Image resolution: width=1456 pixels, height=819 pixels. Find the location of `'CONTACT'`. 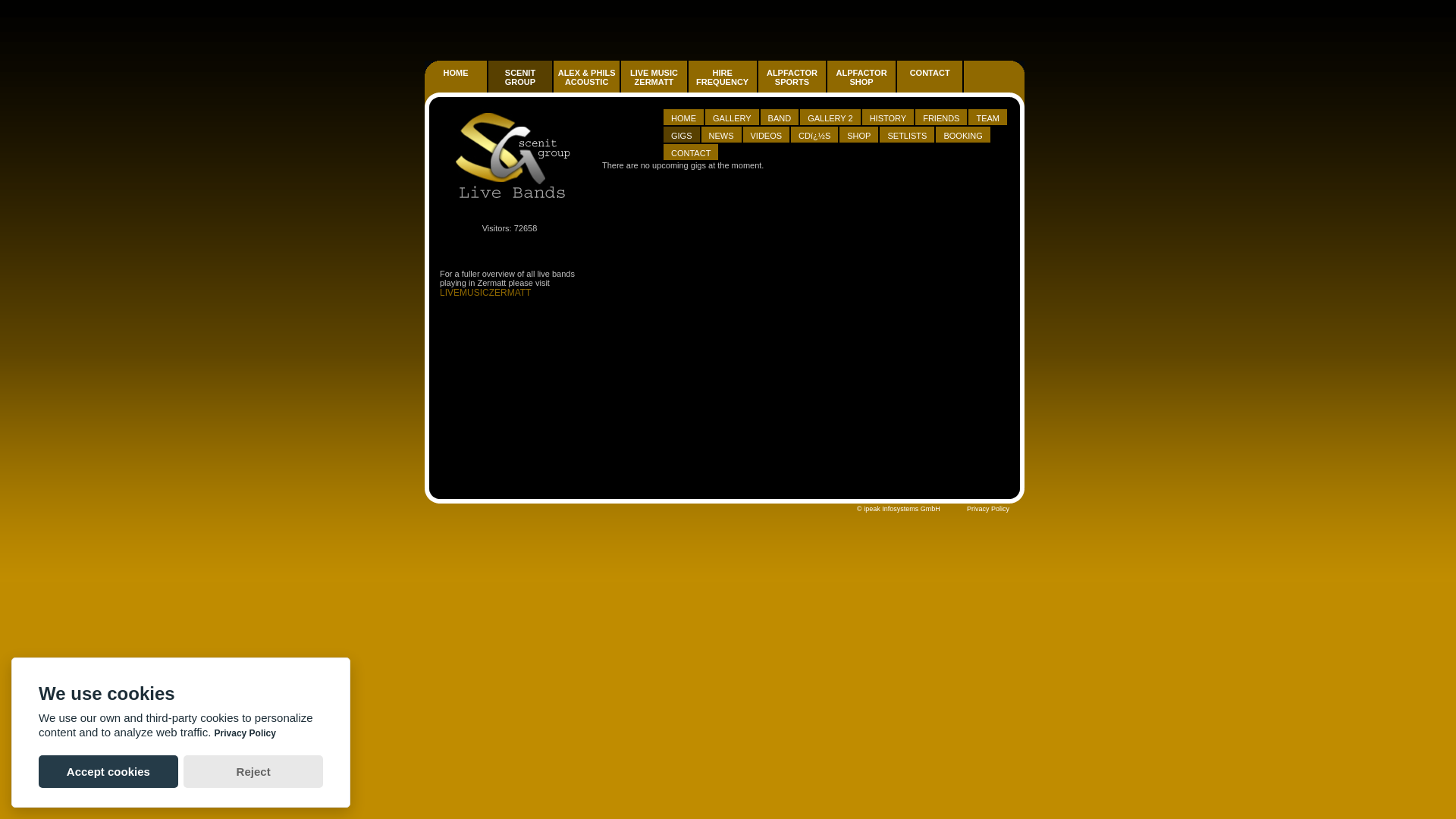

'CONTACT' is located at coordinates (690, 152).